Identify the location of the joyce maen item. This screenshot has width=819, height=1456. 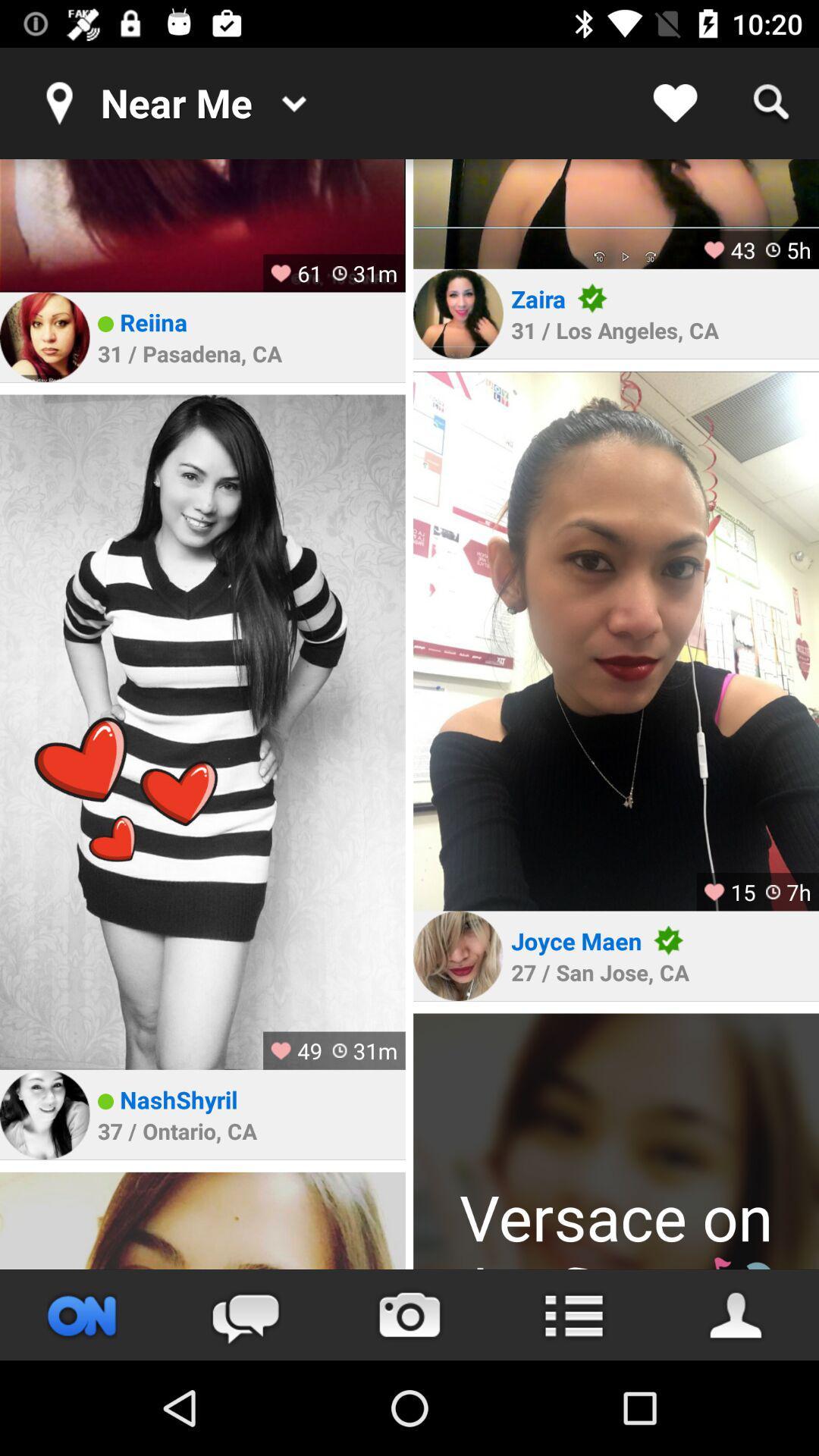
(576, 940).